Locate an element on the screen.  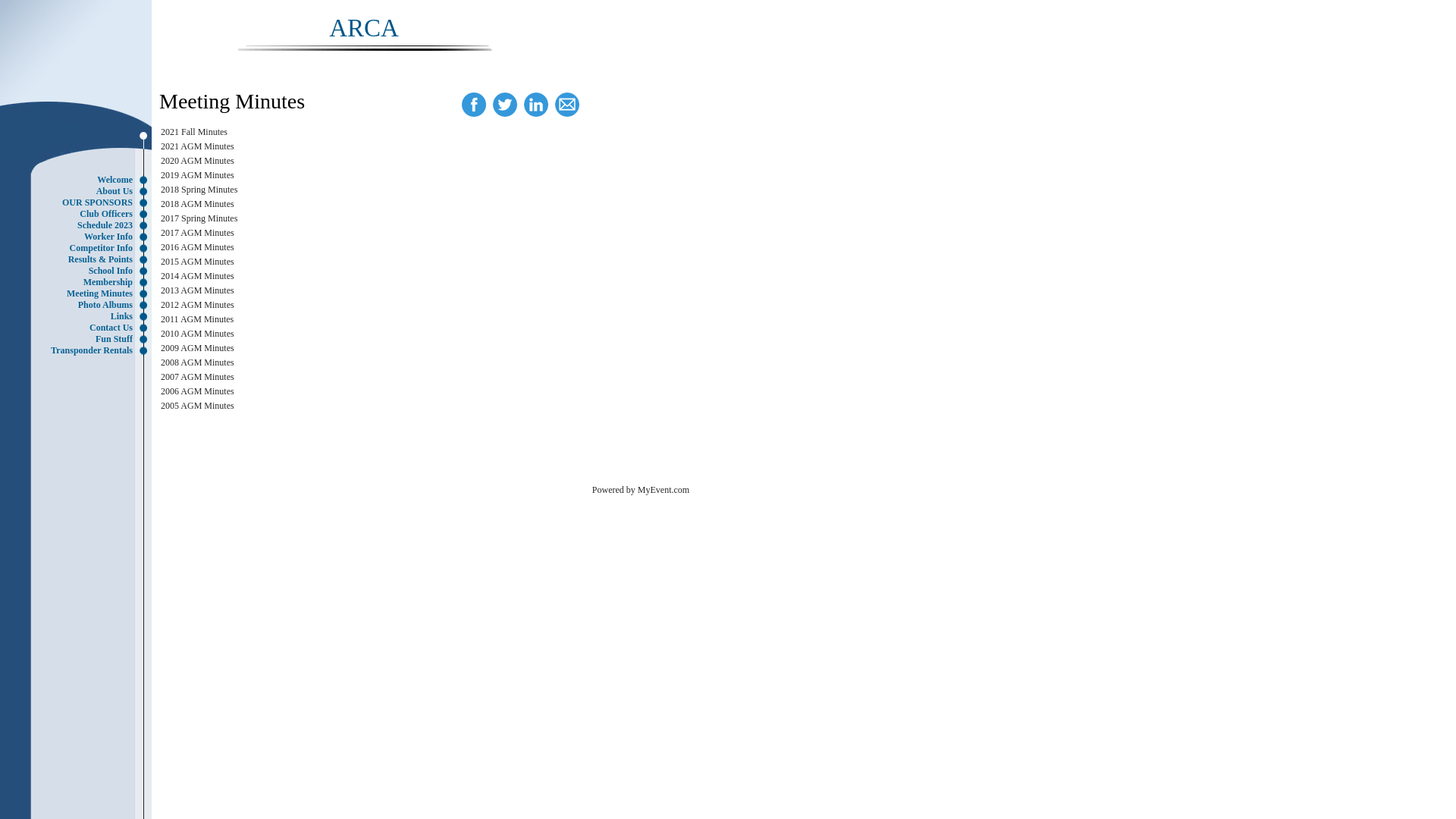
'2005 AGM Minutes' is located at coordinates (196, 405).